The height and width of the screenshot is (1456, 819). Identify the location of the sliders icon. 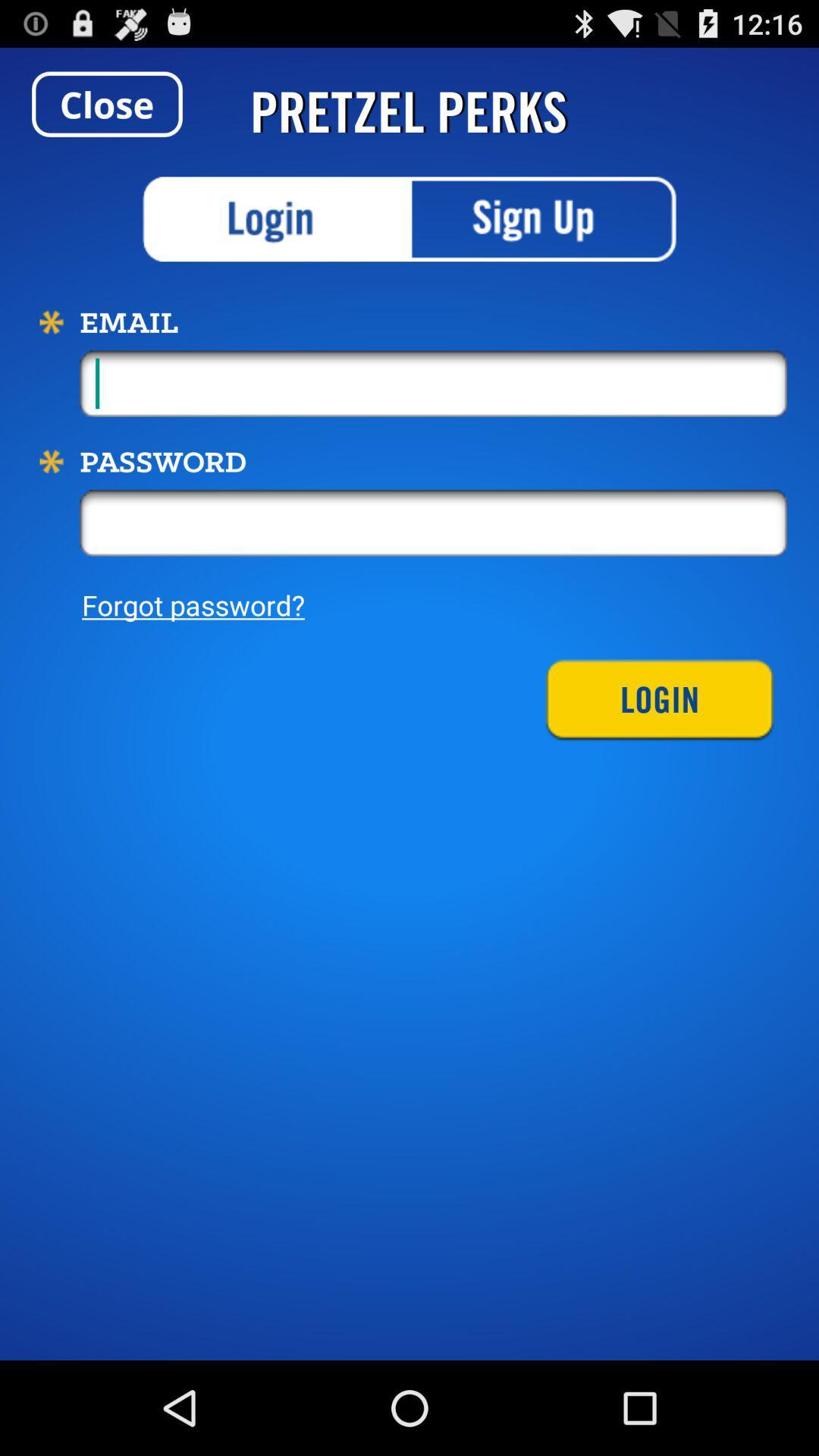
(276, 234).